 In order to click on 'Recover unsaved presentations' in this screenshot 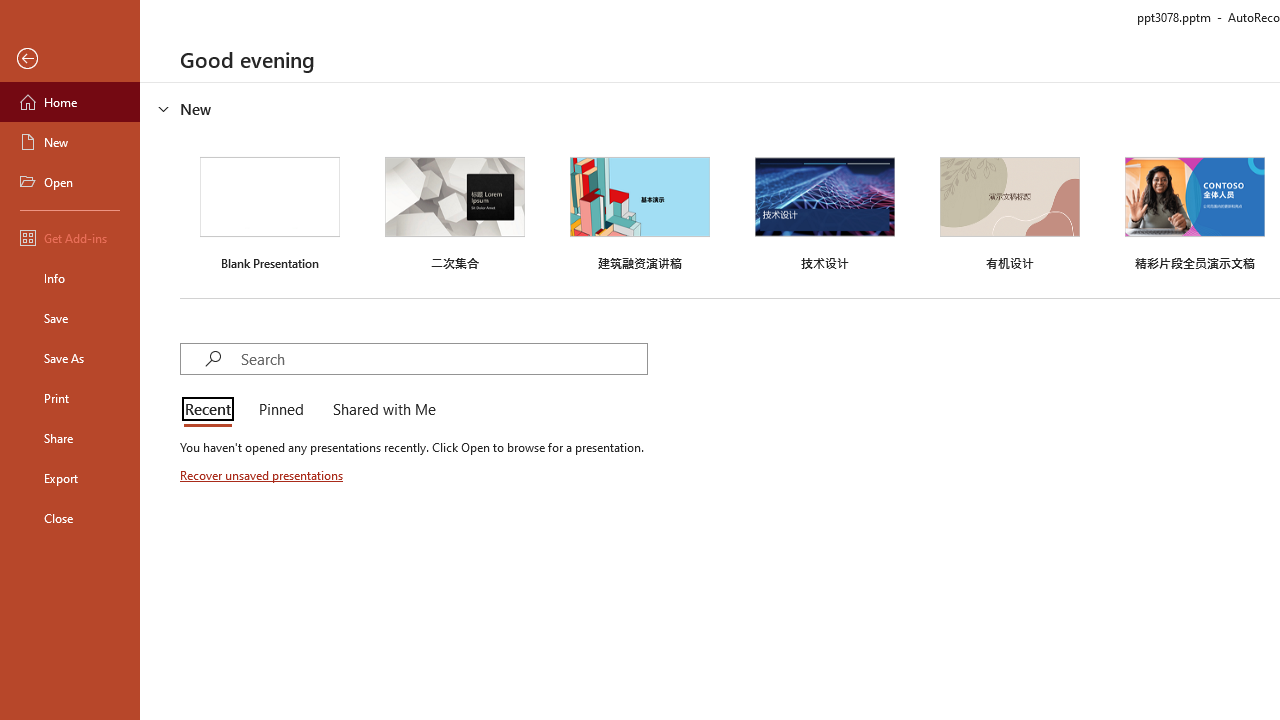, I will do `click(262, 475)`.